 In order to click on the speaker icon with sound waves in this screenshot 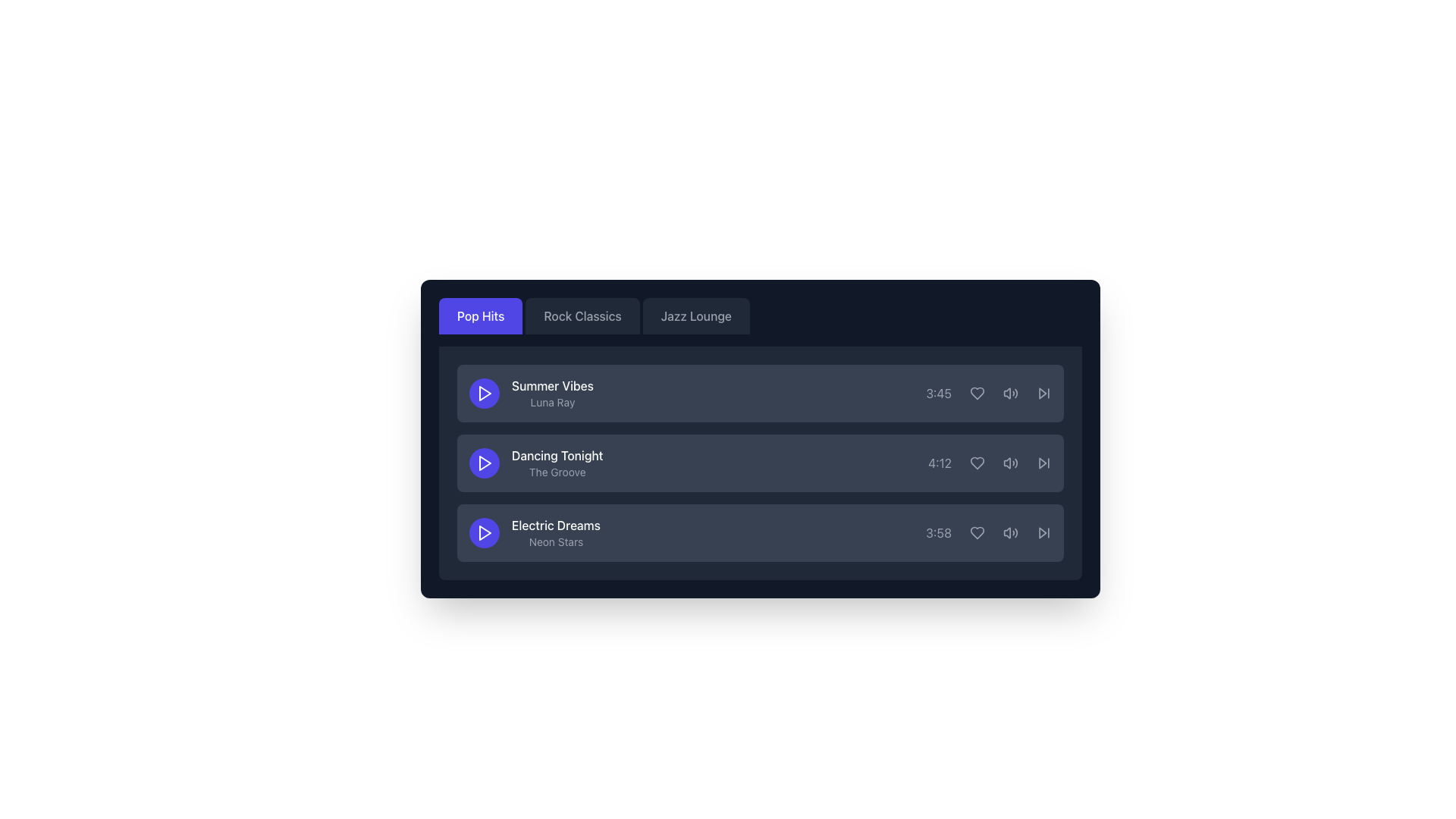, I will do `click(1011, 462)`.